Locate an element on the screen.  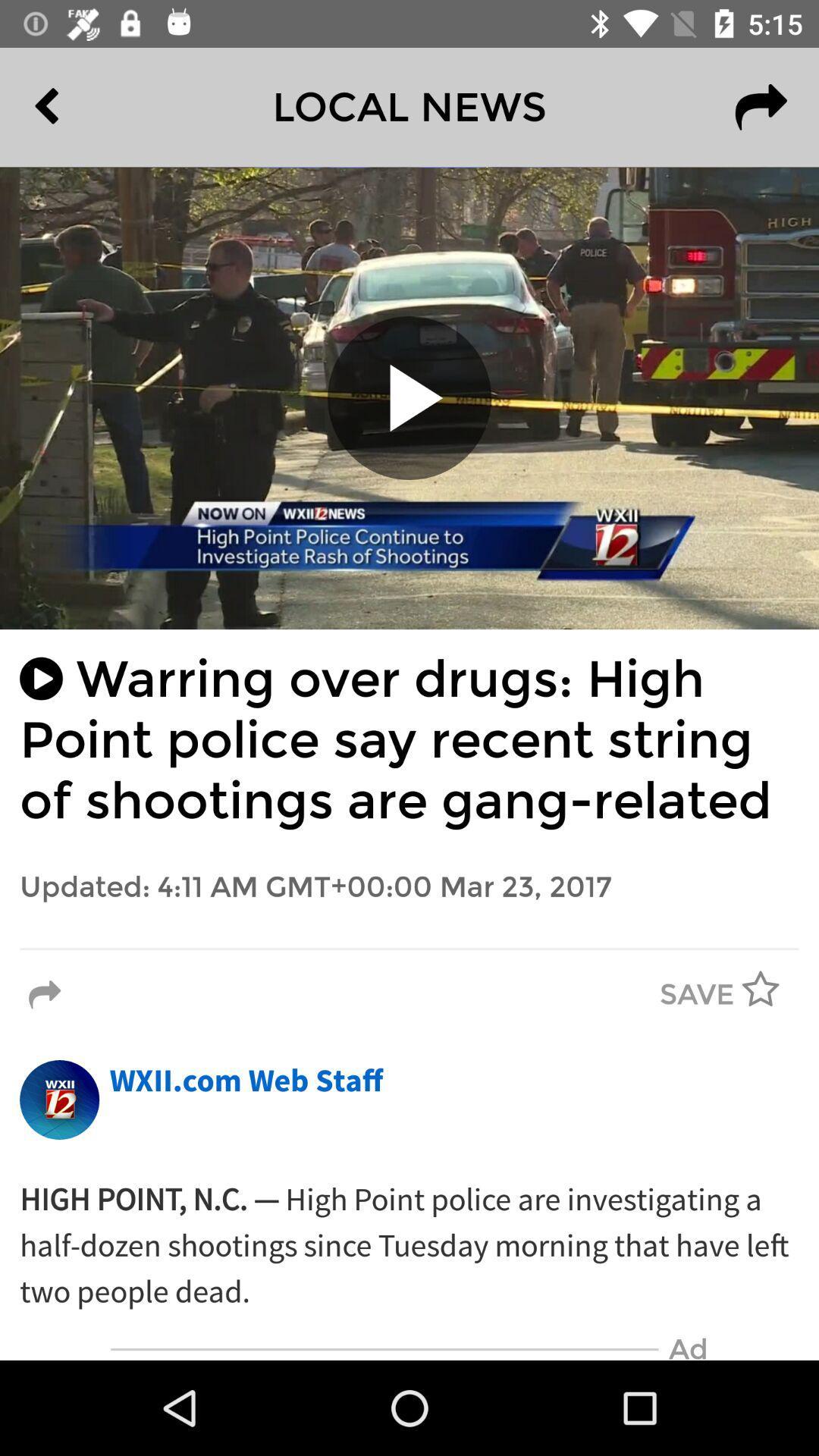
the item to the left of save icon is located at coordinates (44, 995).